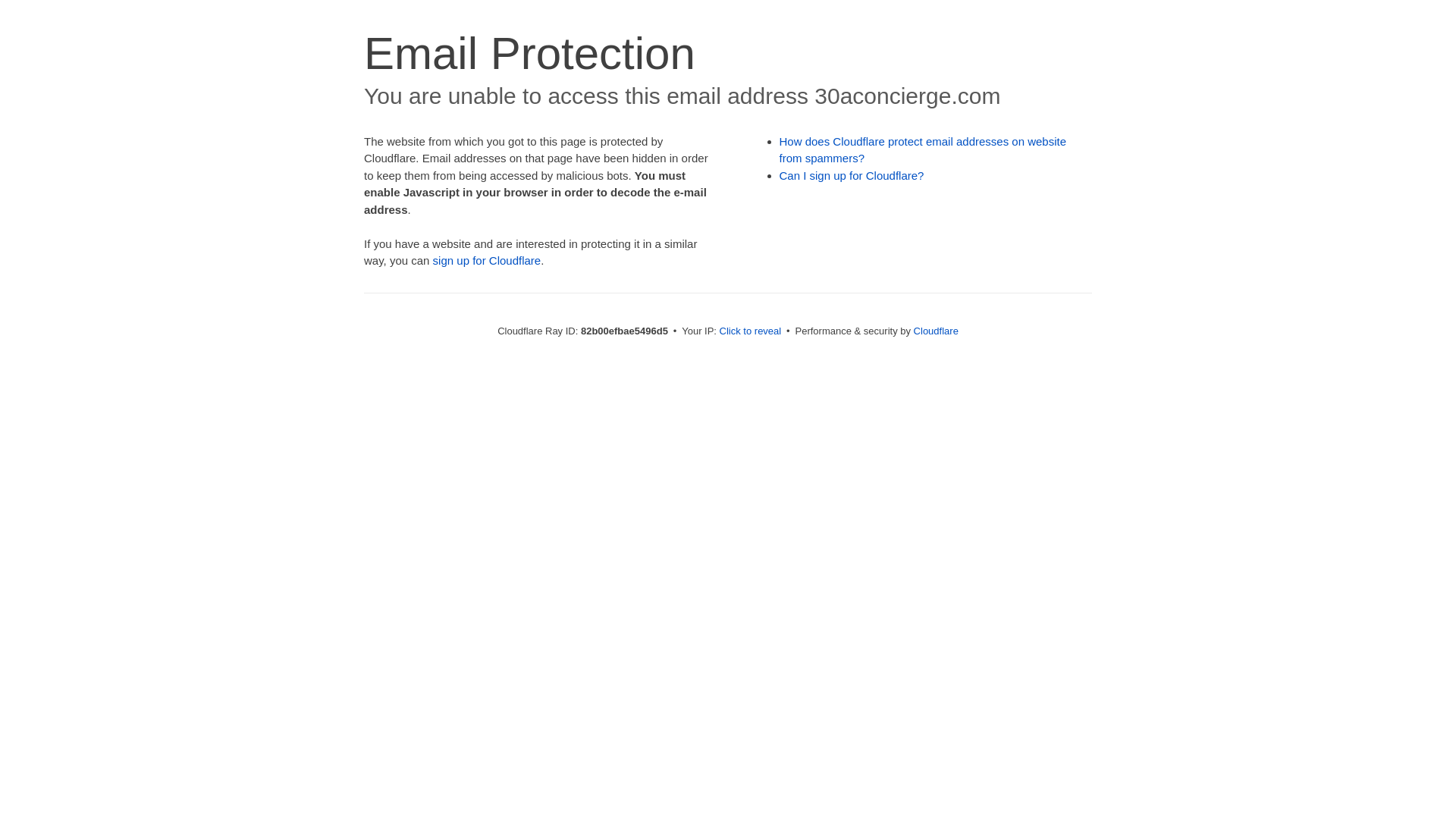  Describe the element at coordinates (935, 330) in the screenshot. I see `'Cloudflare'` at that location.